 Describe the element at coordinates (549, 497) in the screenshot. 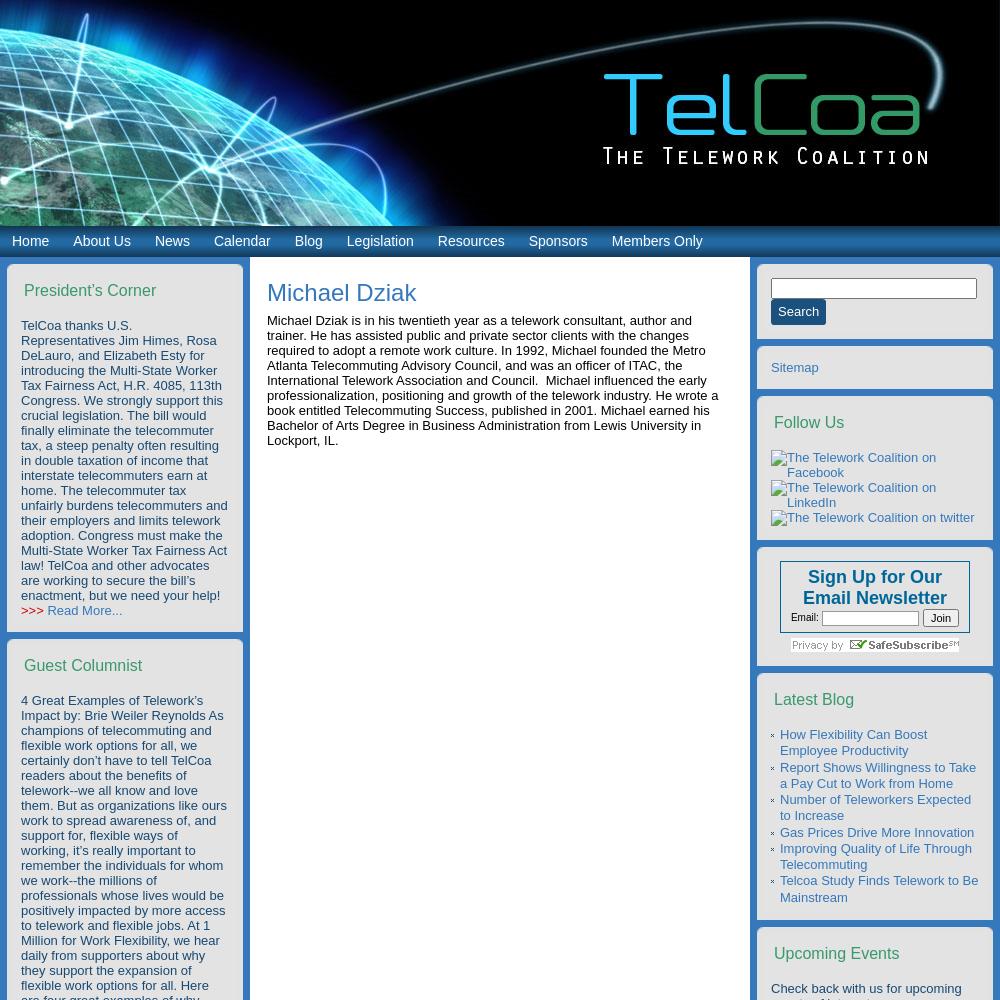

I see `'State and Regional Telework Programs'` at that location.